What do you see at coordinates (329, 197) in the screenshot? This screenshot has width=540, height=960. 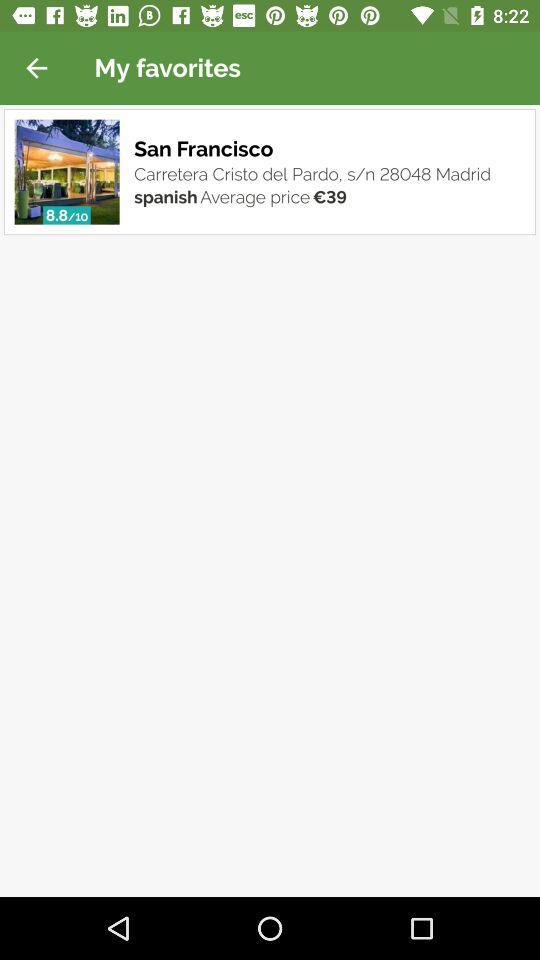 I see `the item below carretera cristo del` at bounding box center [329, 197].